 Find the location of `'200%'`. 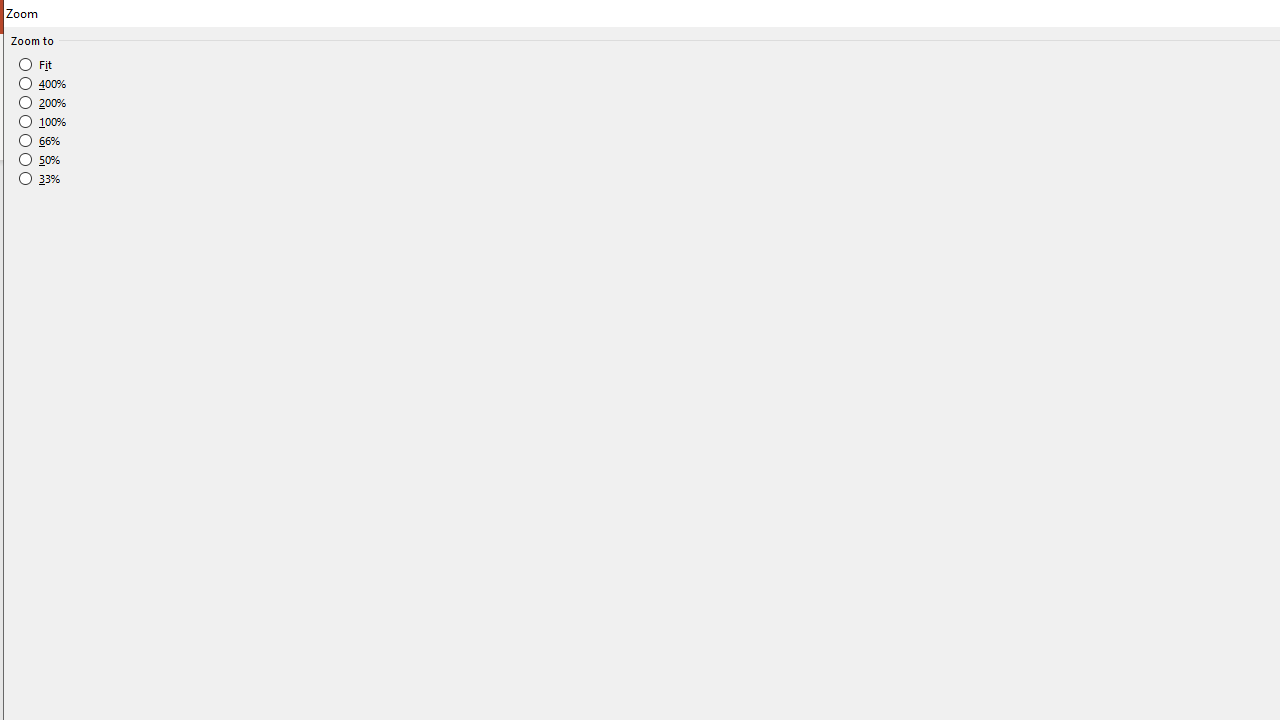

'200%' is located at coordinates (43, 102).